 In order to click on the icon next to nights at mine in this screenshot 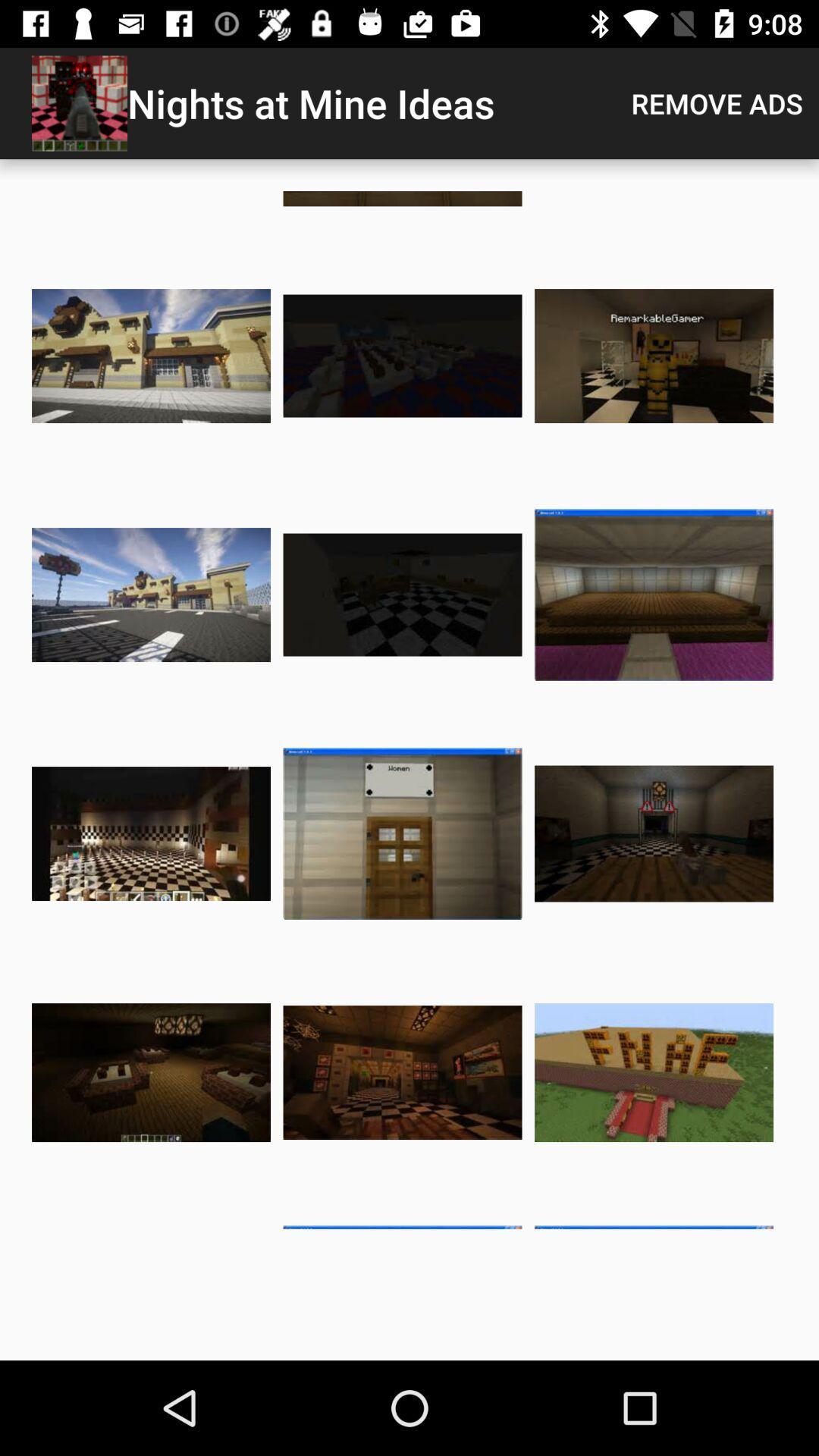, I will do `click(717, 102)`.